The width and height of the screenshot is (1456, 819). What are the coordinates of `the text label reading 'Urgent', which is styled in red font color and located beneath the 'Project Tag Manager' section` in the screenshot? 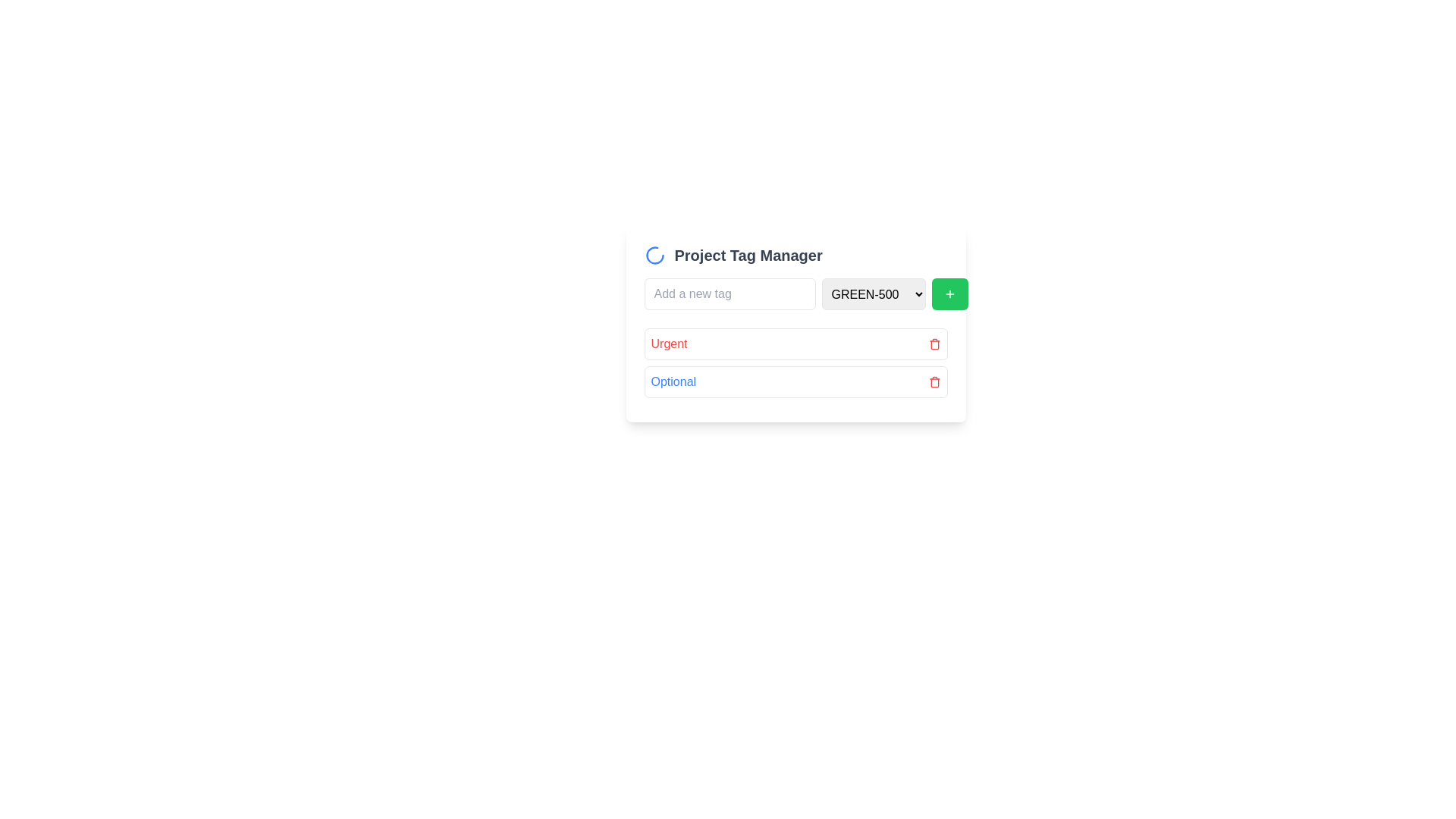 It's located at (668, 344).